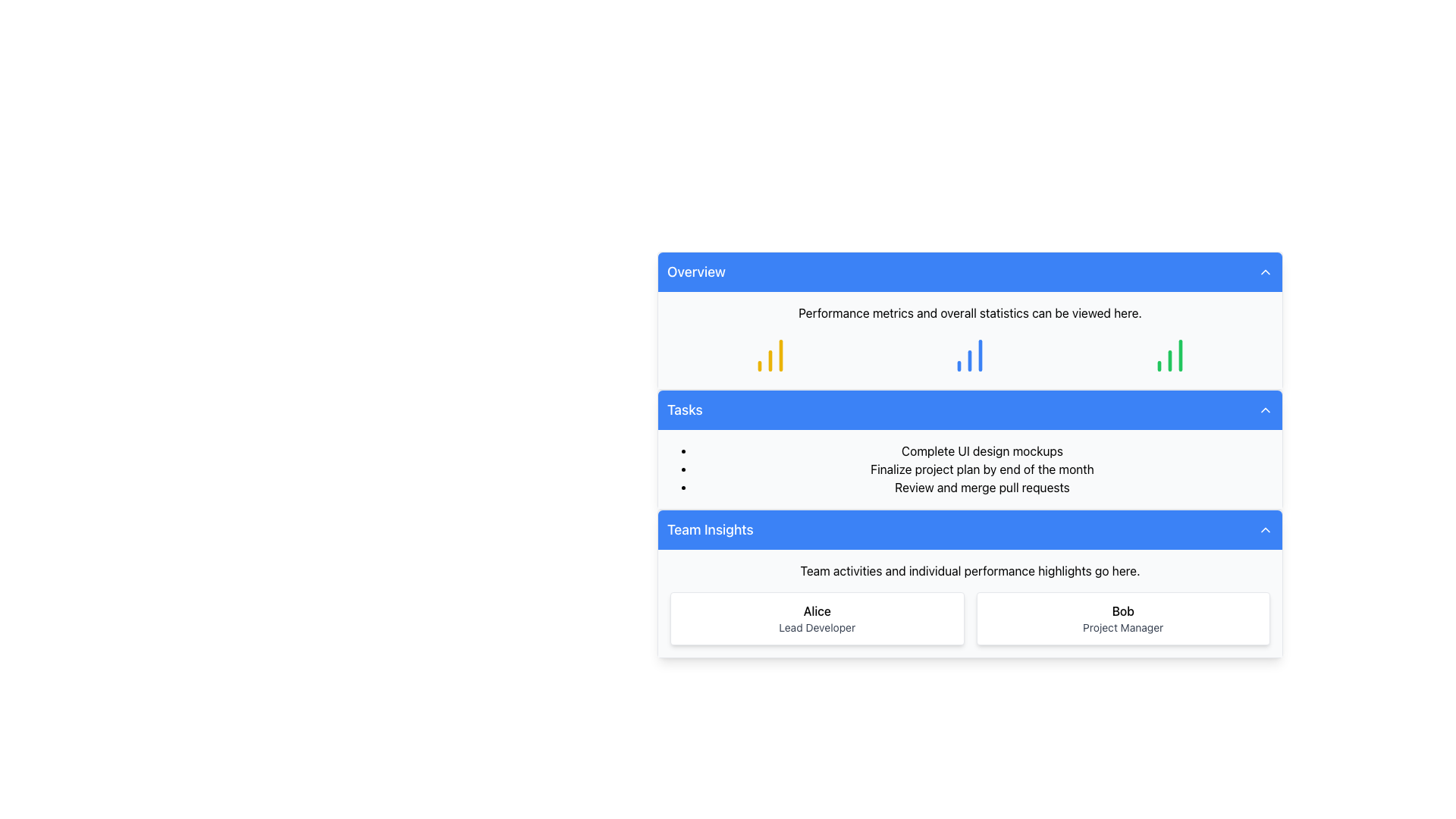 This screenshot has width=1456, height=819. I want to click on the upward-chevron icon located at the rightmost end of the blue header section labeled 'Overview', so click(1266, 271).